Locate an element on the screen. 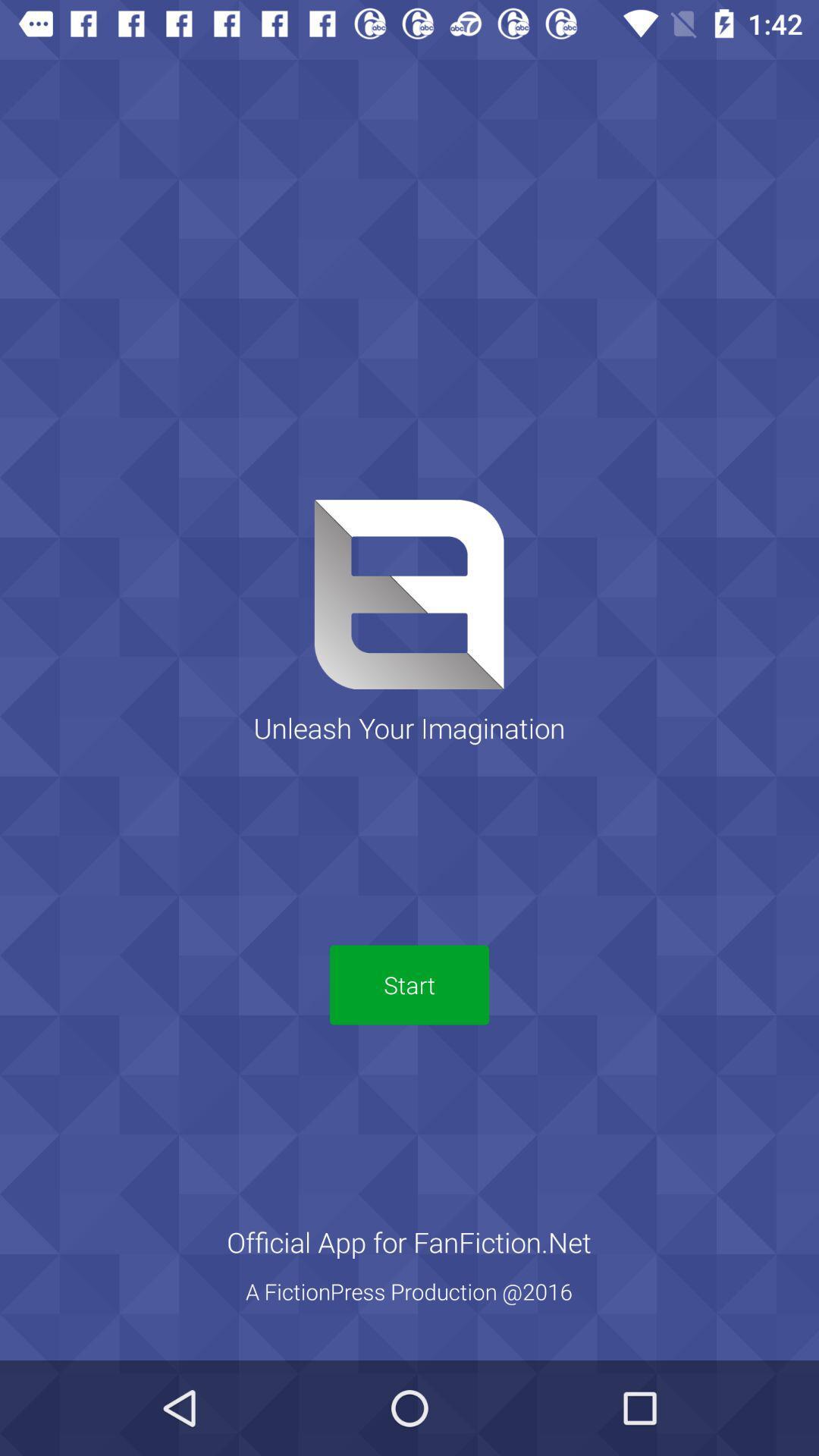 The height and width of the screenshot is (1456, 819). start item is located at coordinates (409, 985).